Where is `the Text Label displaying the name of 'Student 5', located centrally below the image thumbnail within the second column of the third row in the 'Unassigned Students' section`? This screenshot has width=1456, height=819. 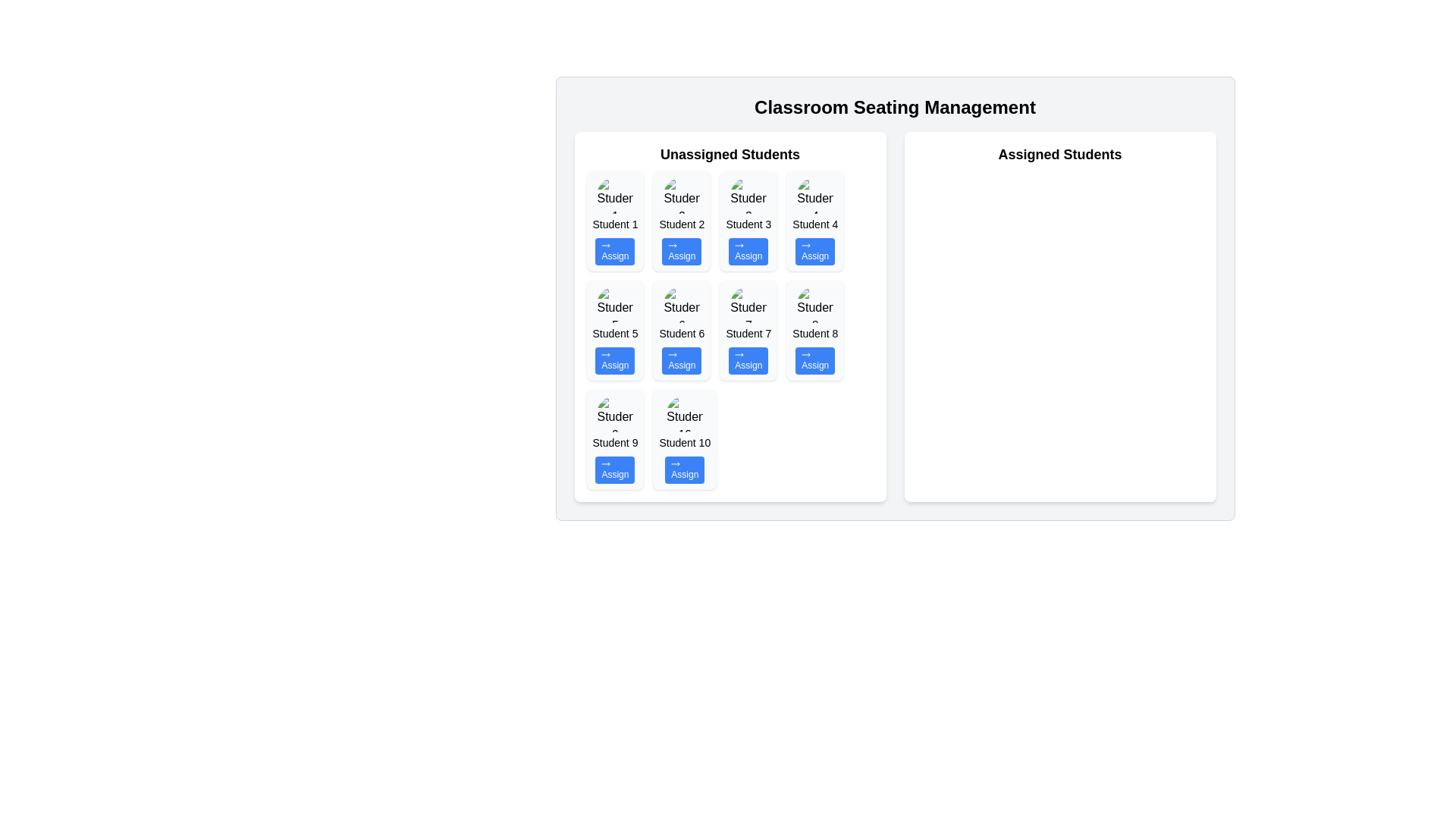
the Text Label displaying the name of 'Student 5', located centrally below the image thumbnail within the second column of the third row in the 'Unassigned Students' section is located at coordinates (615, 332).